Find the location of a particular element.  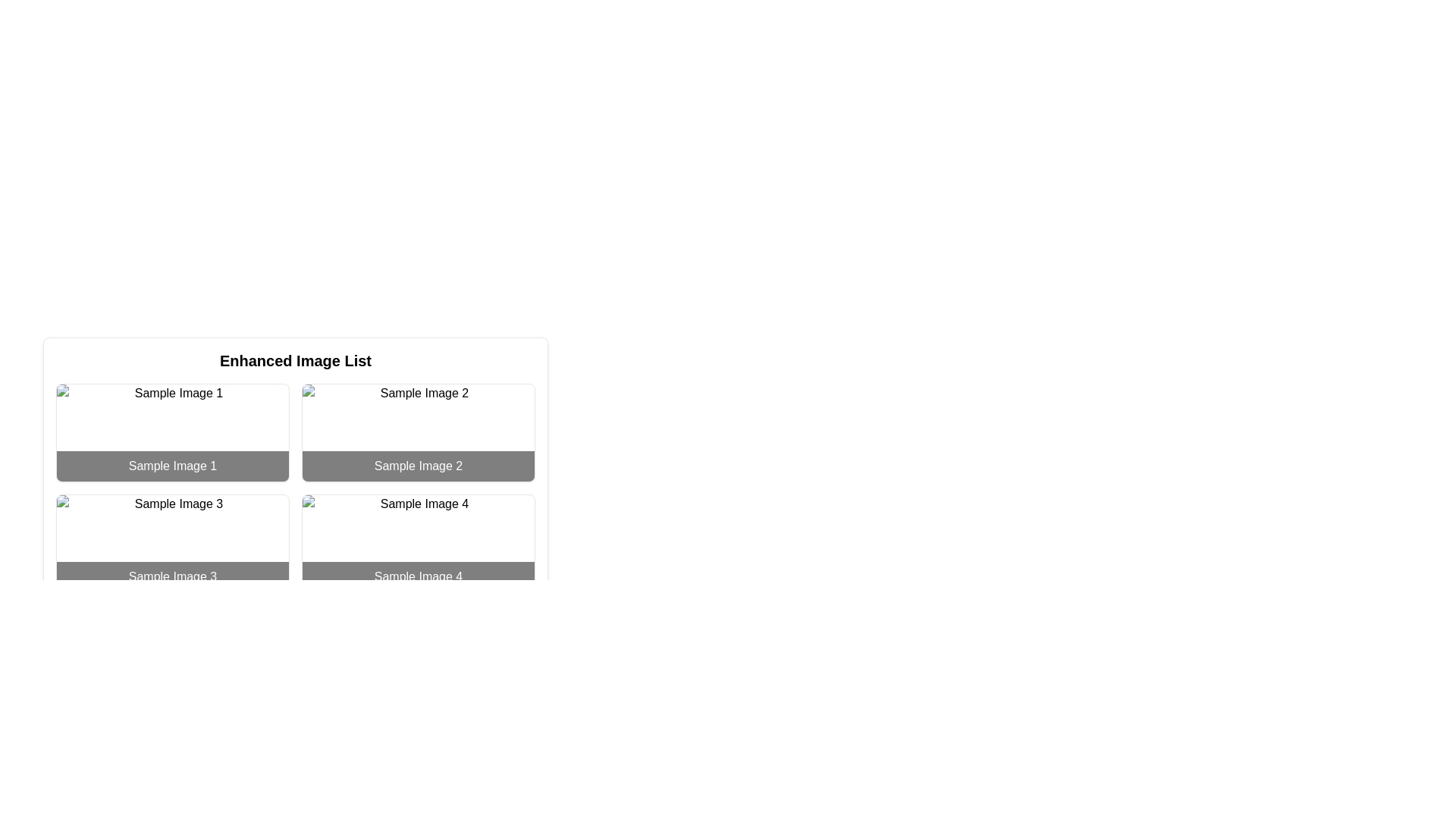

the image with hover effect located is located at coordinates (419, 432).